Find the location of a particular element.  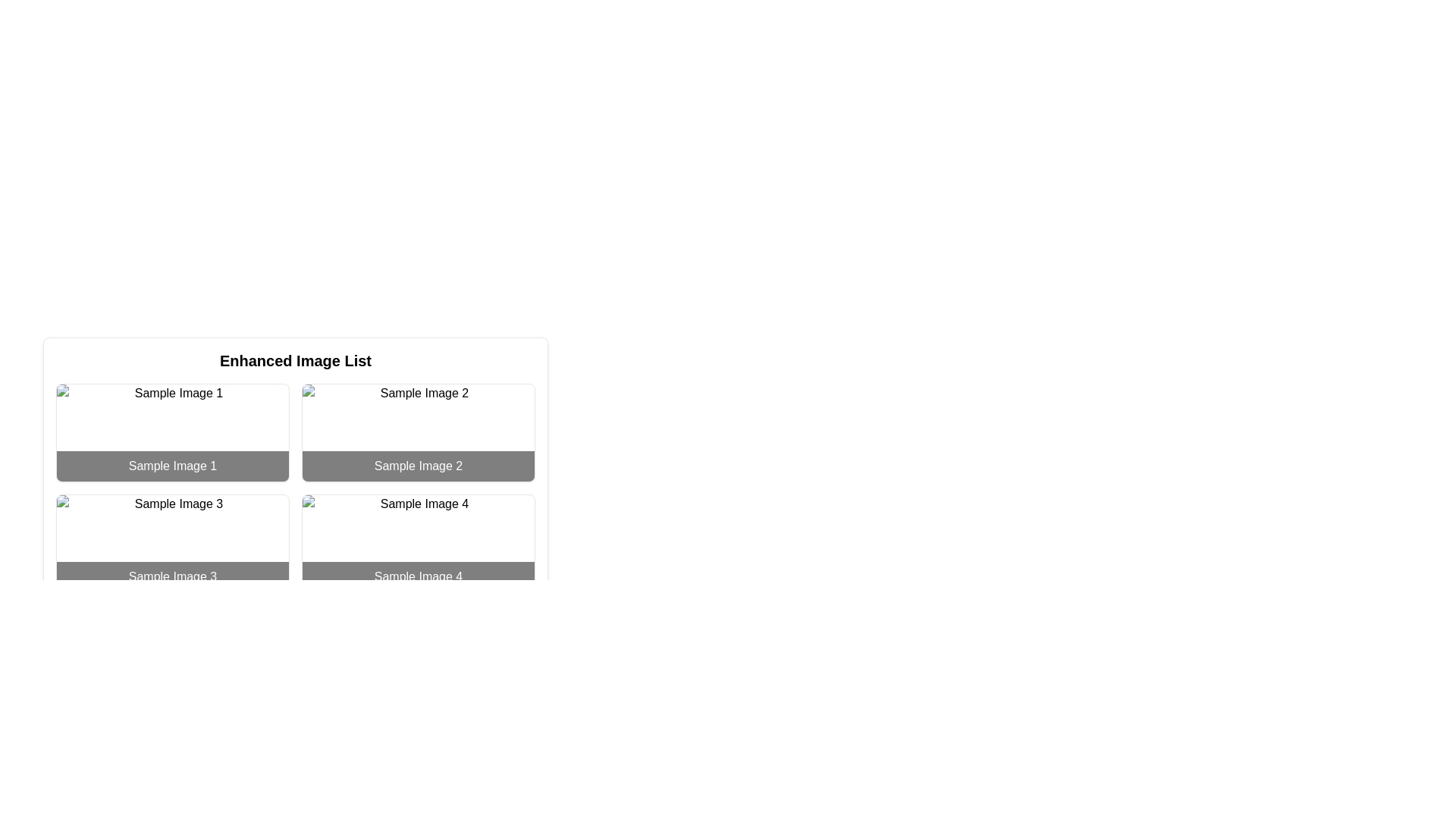

the image with hover effect located is located at coordinates (419, 432).